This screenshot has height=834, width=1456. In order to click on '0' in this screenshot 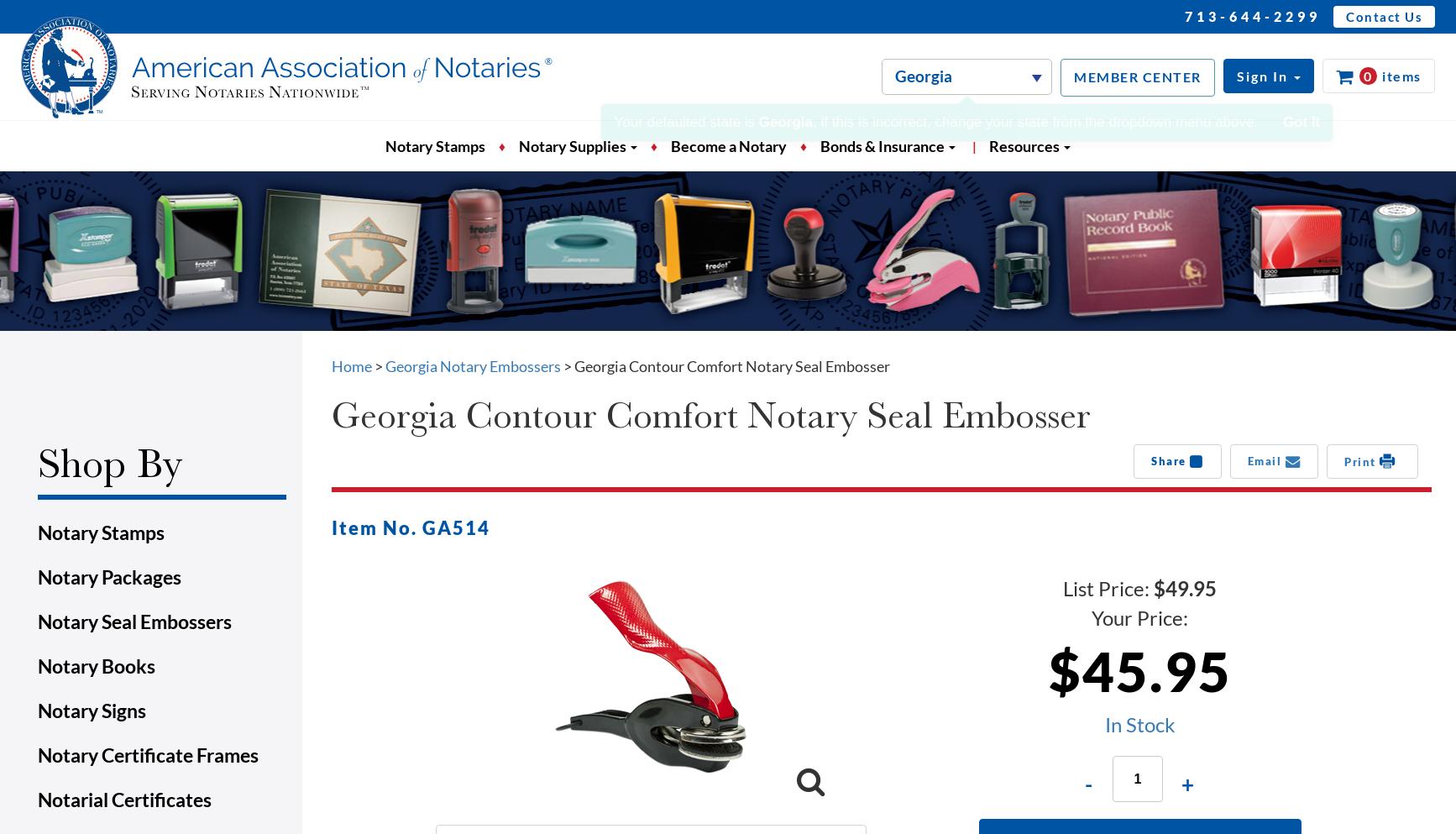, I will do `click(1366, 75)`.